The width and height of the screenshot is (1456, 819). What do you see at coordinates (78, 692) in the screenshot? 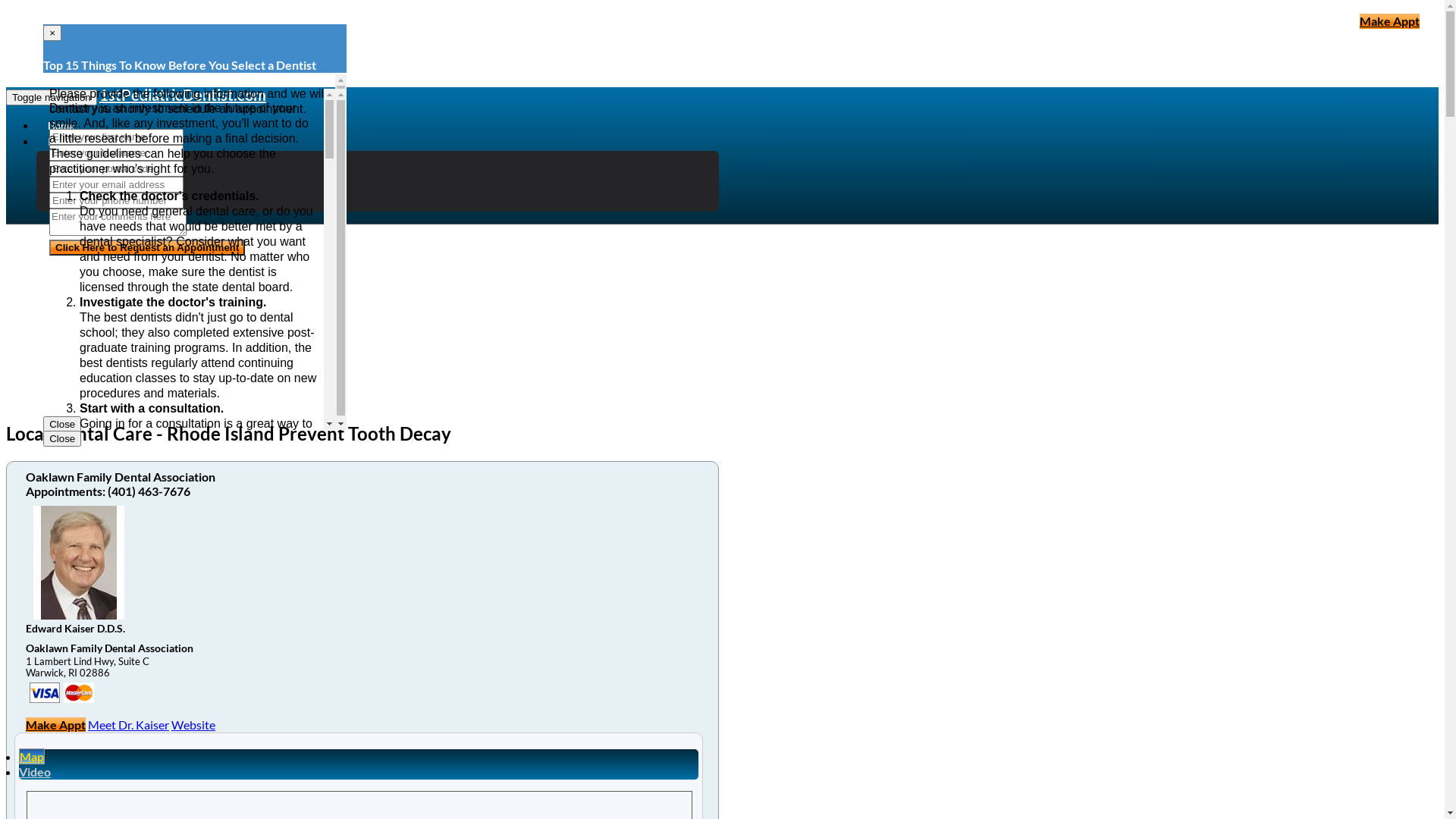
I see `'my title'` at bounding box center [78, 692].